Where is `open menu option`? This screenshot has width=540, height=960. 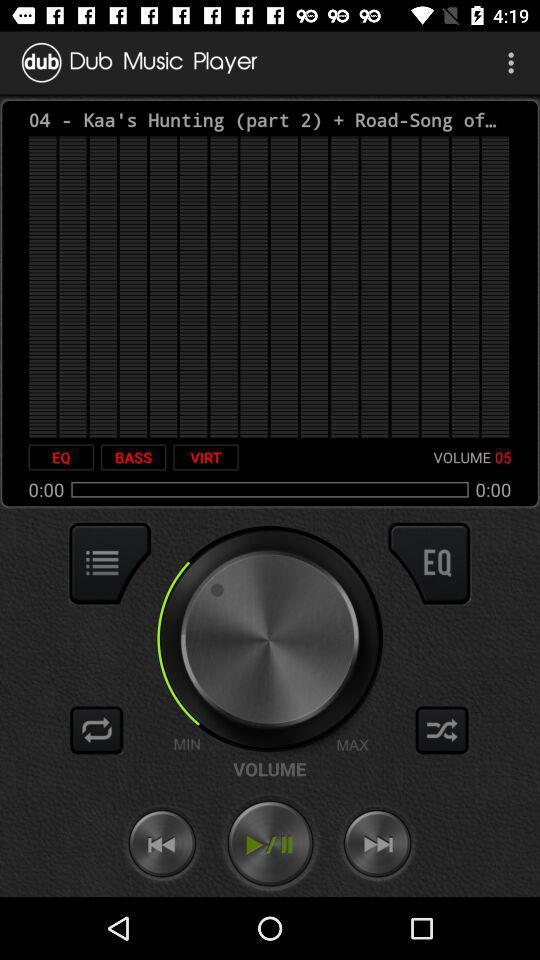 open menu option is located at coordinates (110, 563).